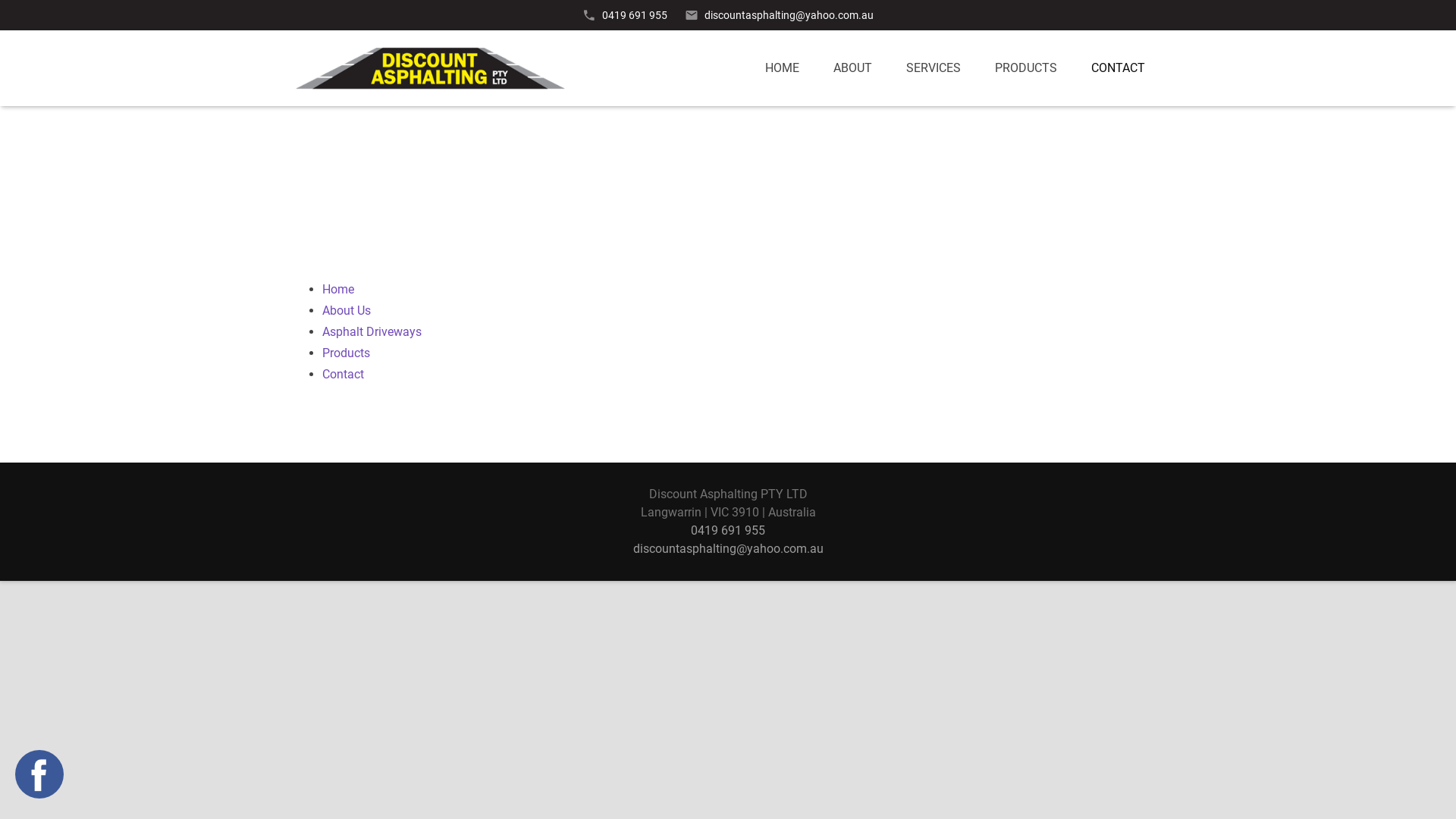 This screenshot has height=819, width=1456. Describe the element at coordinates (817, 67) in the screenshot. I see `'ABOUT'` at that location.